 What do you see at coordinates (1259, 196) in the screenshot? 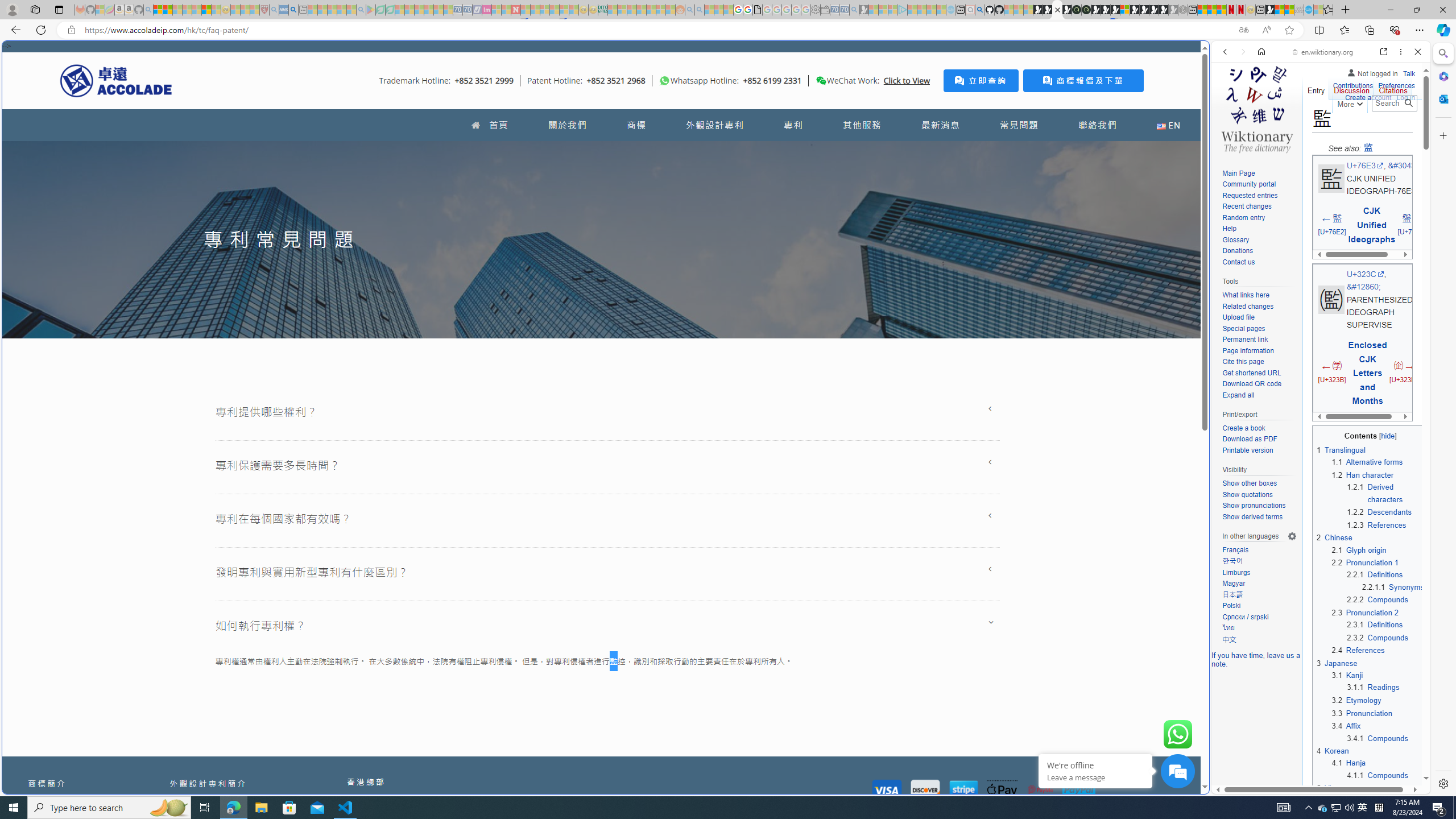
I see `'Requested entries'` at bounding box center [1259, 196].